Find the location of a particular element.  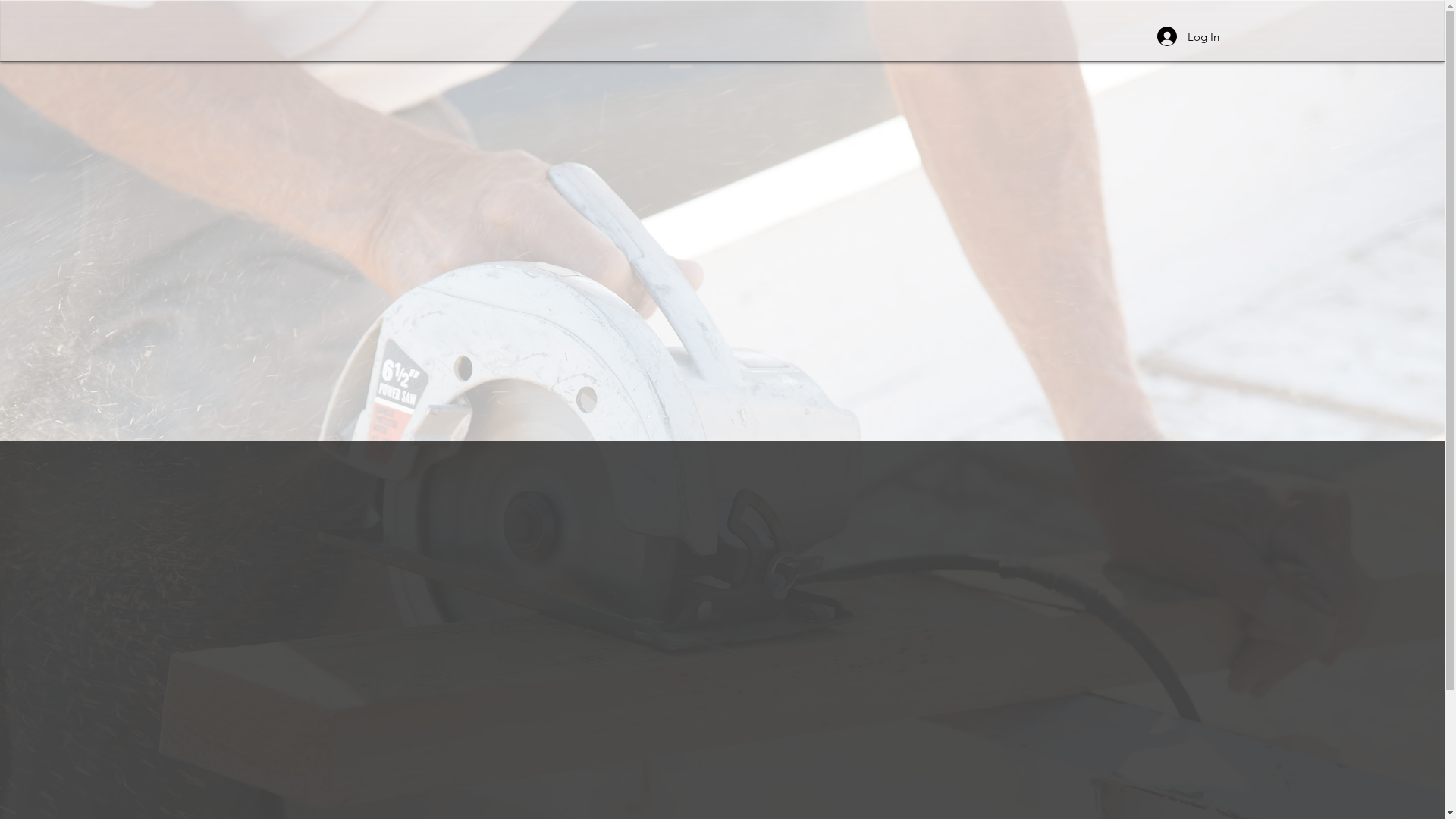

'Log In' is located at coordinates (1187, 35).